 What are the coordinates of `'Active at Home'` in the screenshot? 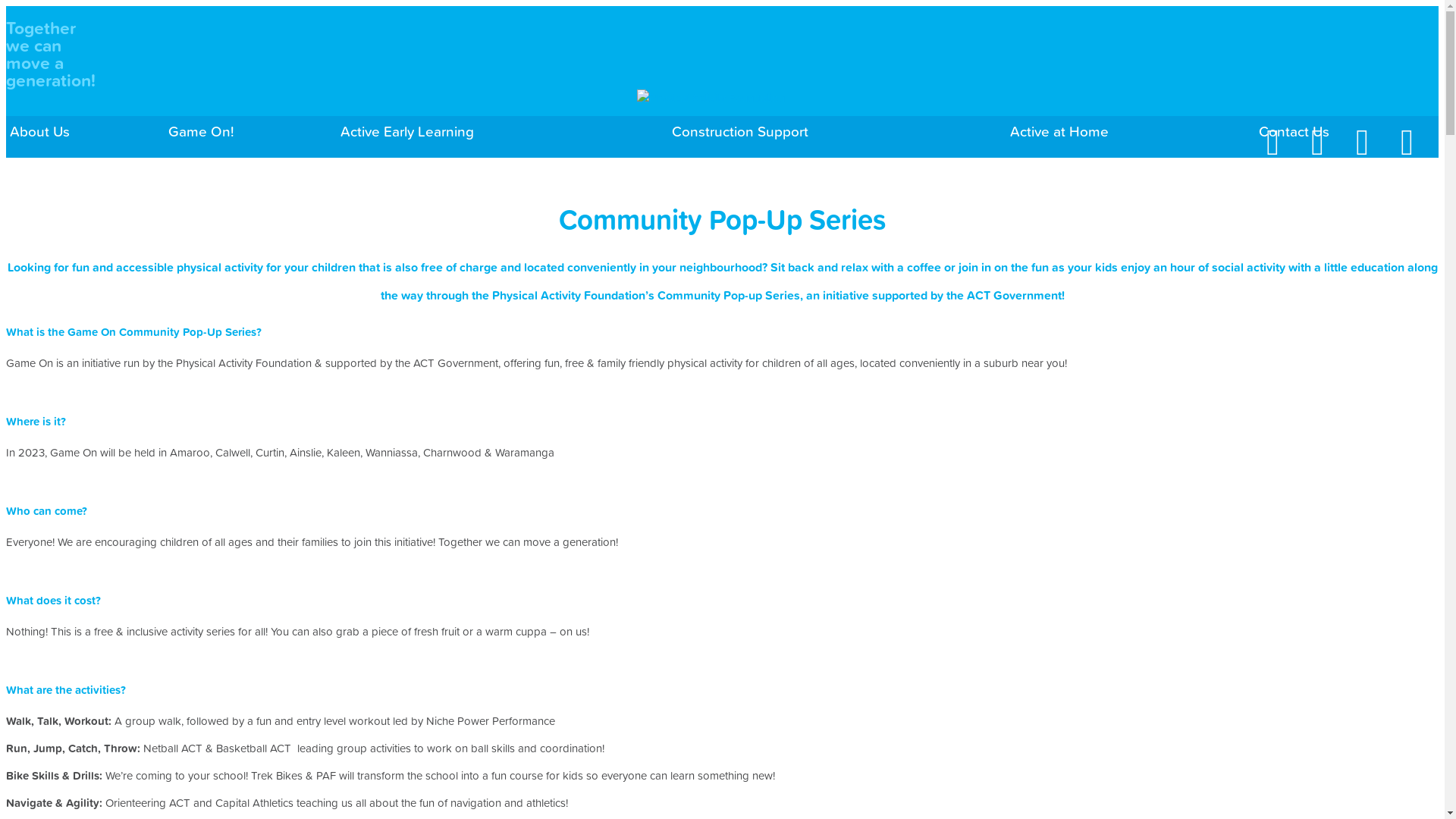 It's located at (1058, 130).